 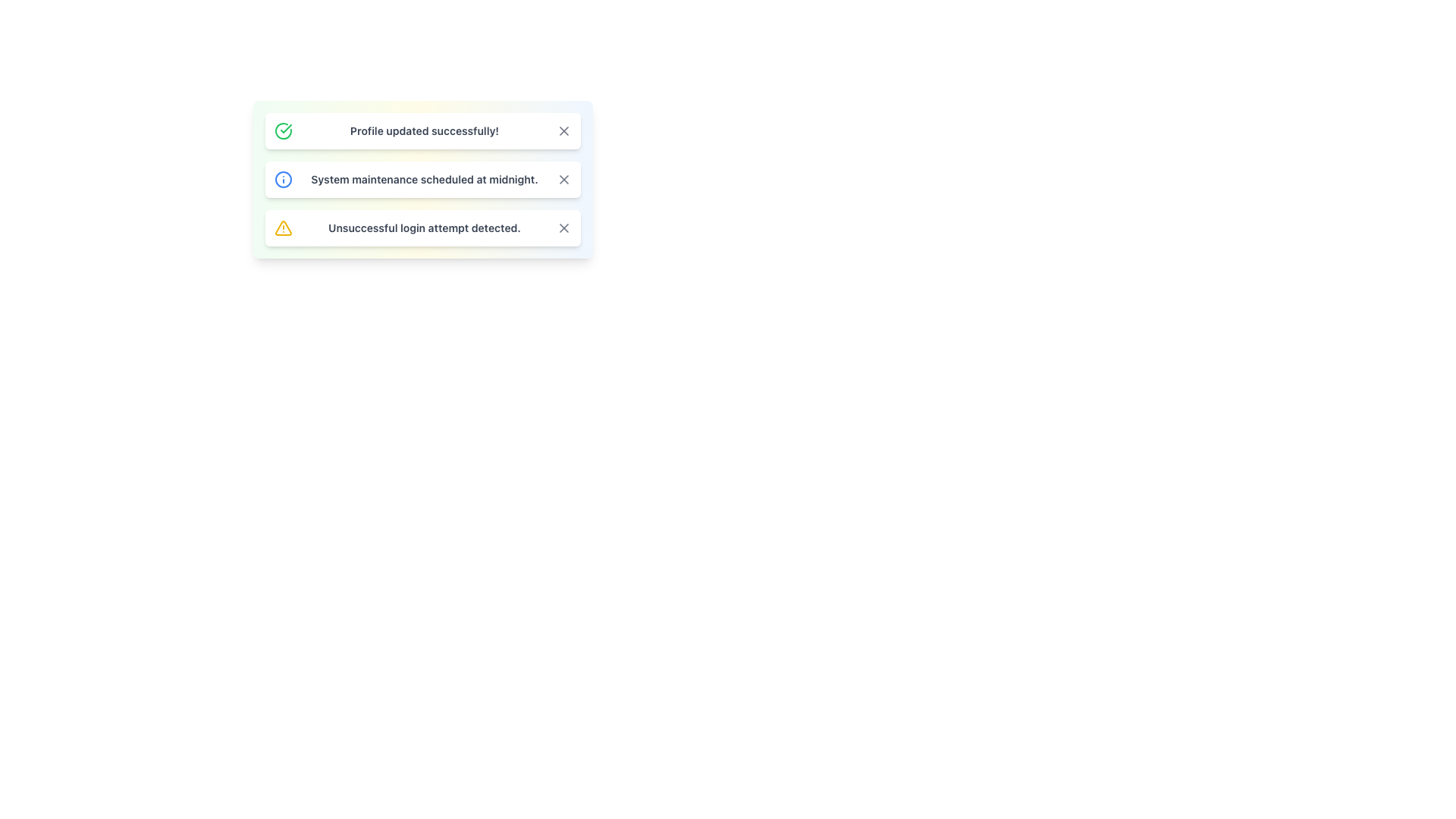 I want to click on the SVG Icon located on the left side of the second notification card, which indicates an informational message related to 'System maintenance scheduled at midnight.', so click(x=284, y=178).